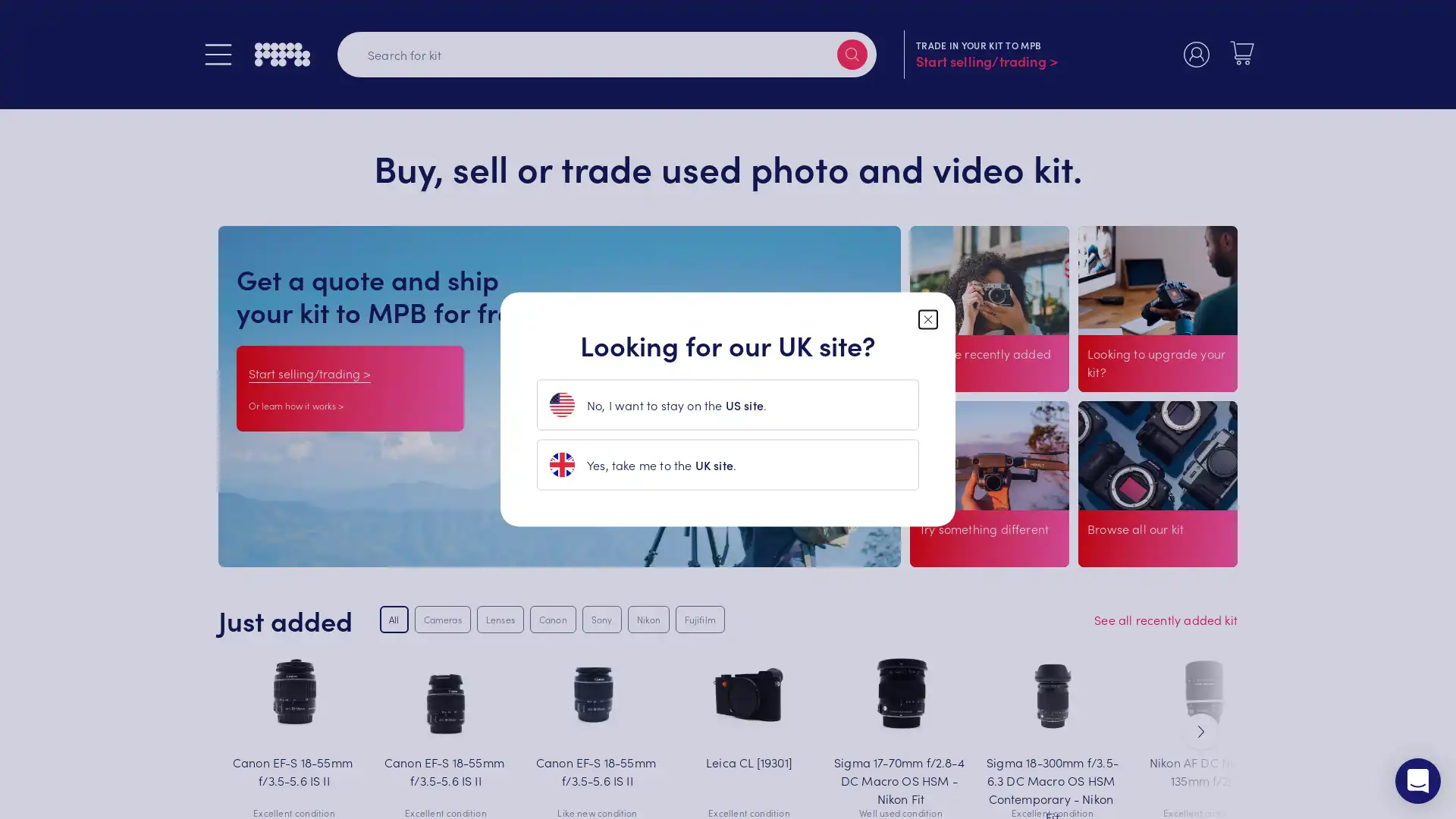 This screenshot has width=1456, height=819. What do you see at coordinates (218, 54) in the screenshot?
I see `Menu` at bounding box center [218, 54].